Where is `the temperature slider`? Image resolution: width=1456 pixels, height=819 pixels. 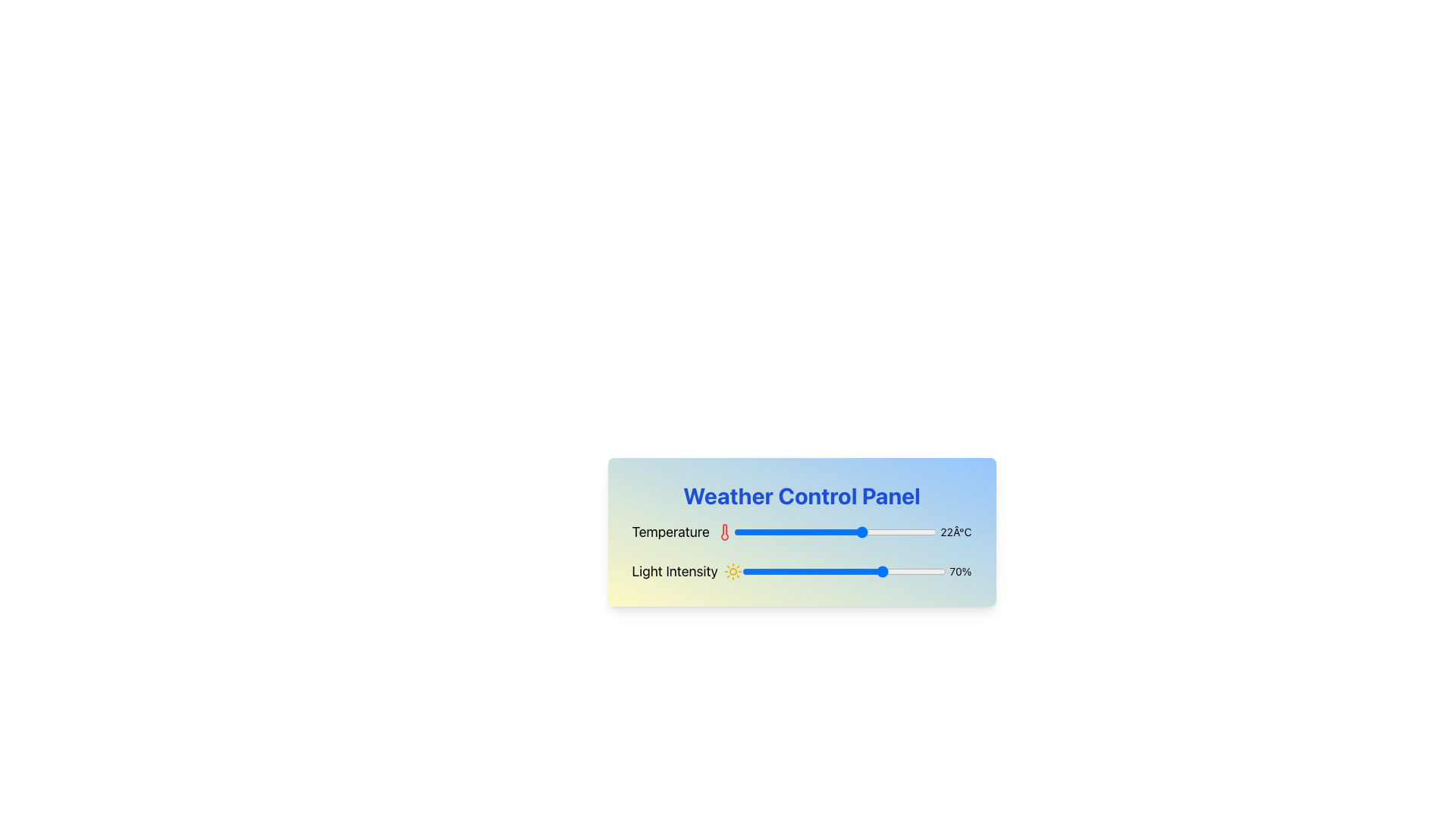
the temperature slider is located at coordinates (778, 532).